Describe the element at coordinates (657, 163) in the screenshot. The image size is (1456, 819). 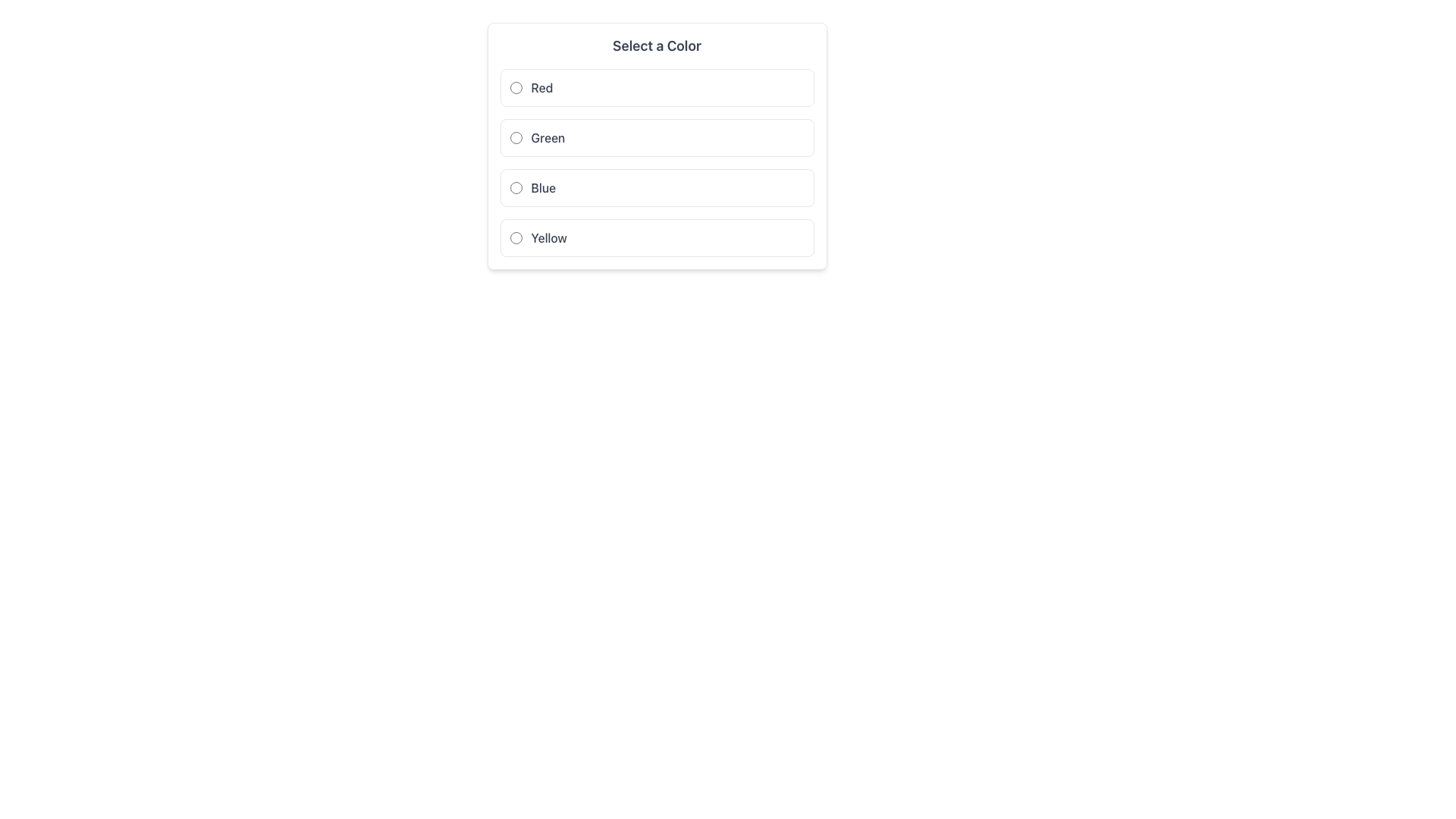
I see `the group of labeled radio buttons for color selection` at that location.